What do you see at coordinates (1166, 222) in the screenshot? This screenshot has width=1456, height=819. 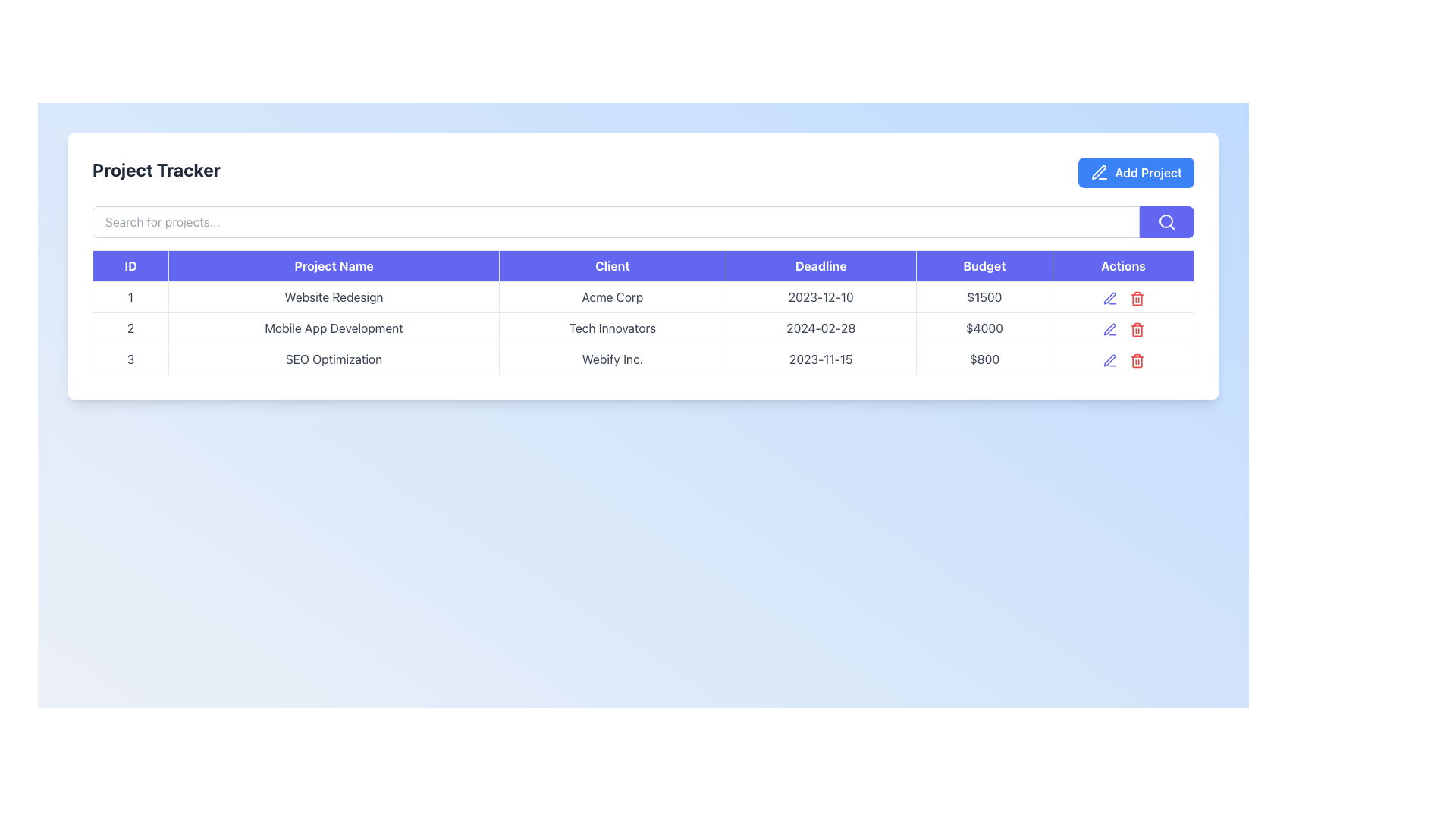 I see `the search activation icon located within the blue button at the top-right corner of the horizontal search bar` at bounding box center [1166, 222].